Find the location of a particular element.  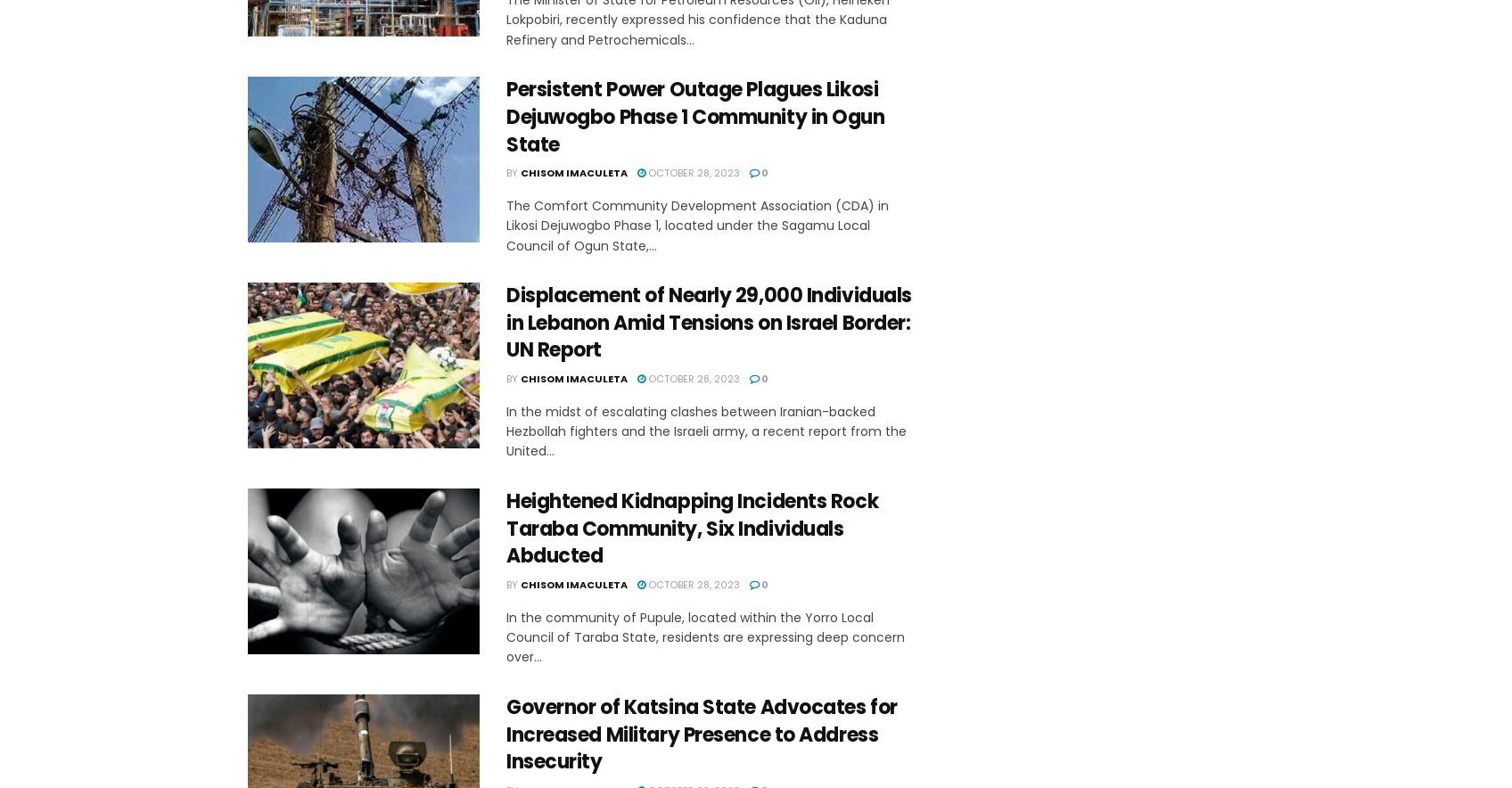

'Heightened Kidnapping Incidents Rock Taraba Community, Six Individuals Abducted' is located at coordinates (692, 528).